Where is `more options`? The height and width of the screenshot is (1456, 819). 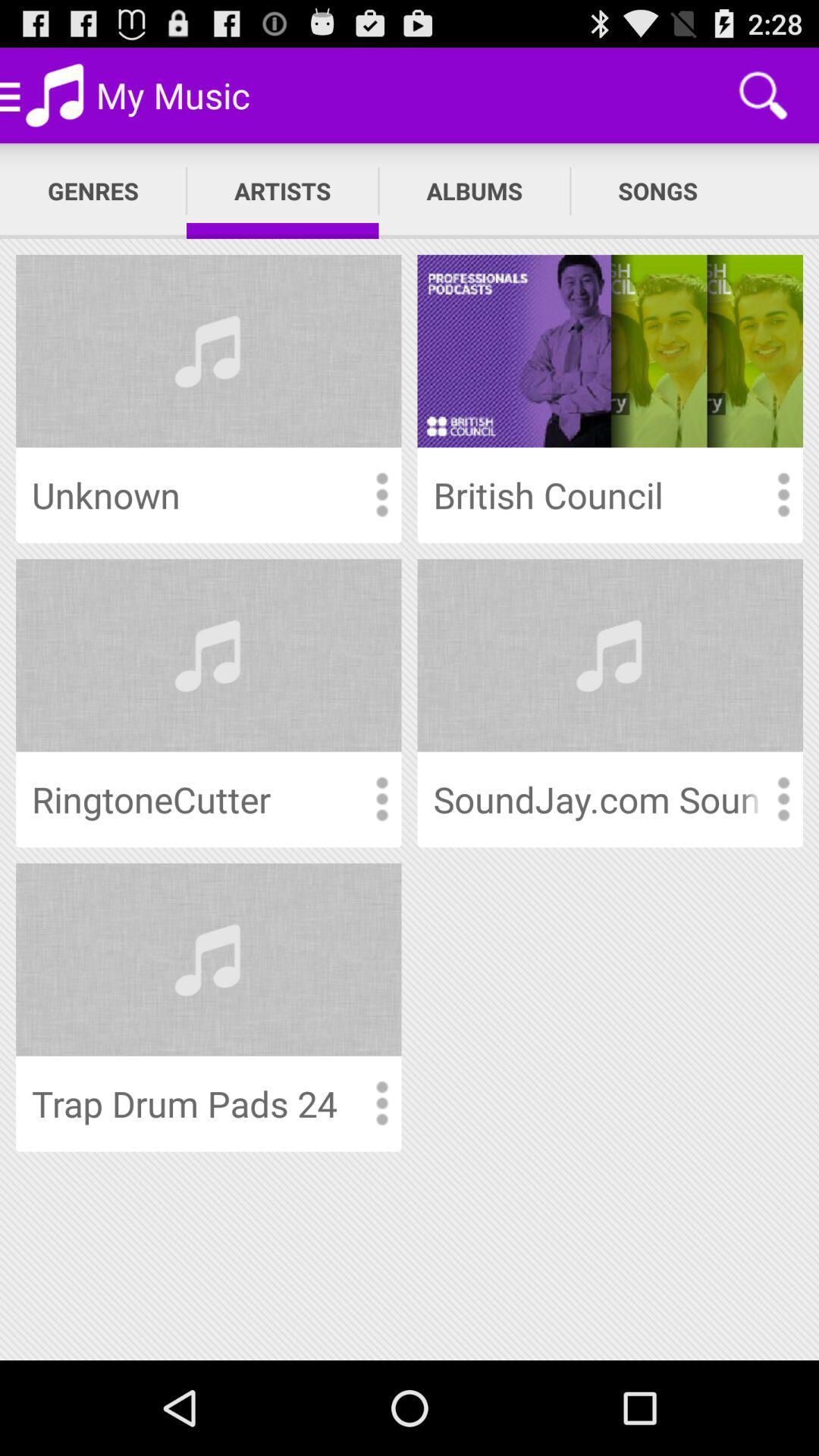 more options is located at coordinates (783, 799).